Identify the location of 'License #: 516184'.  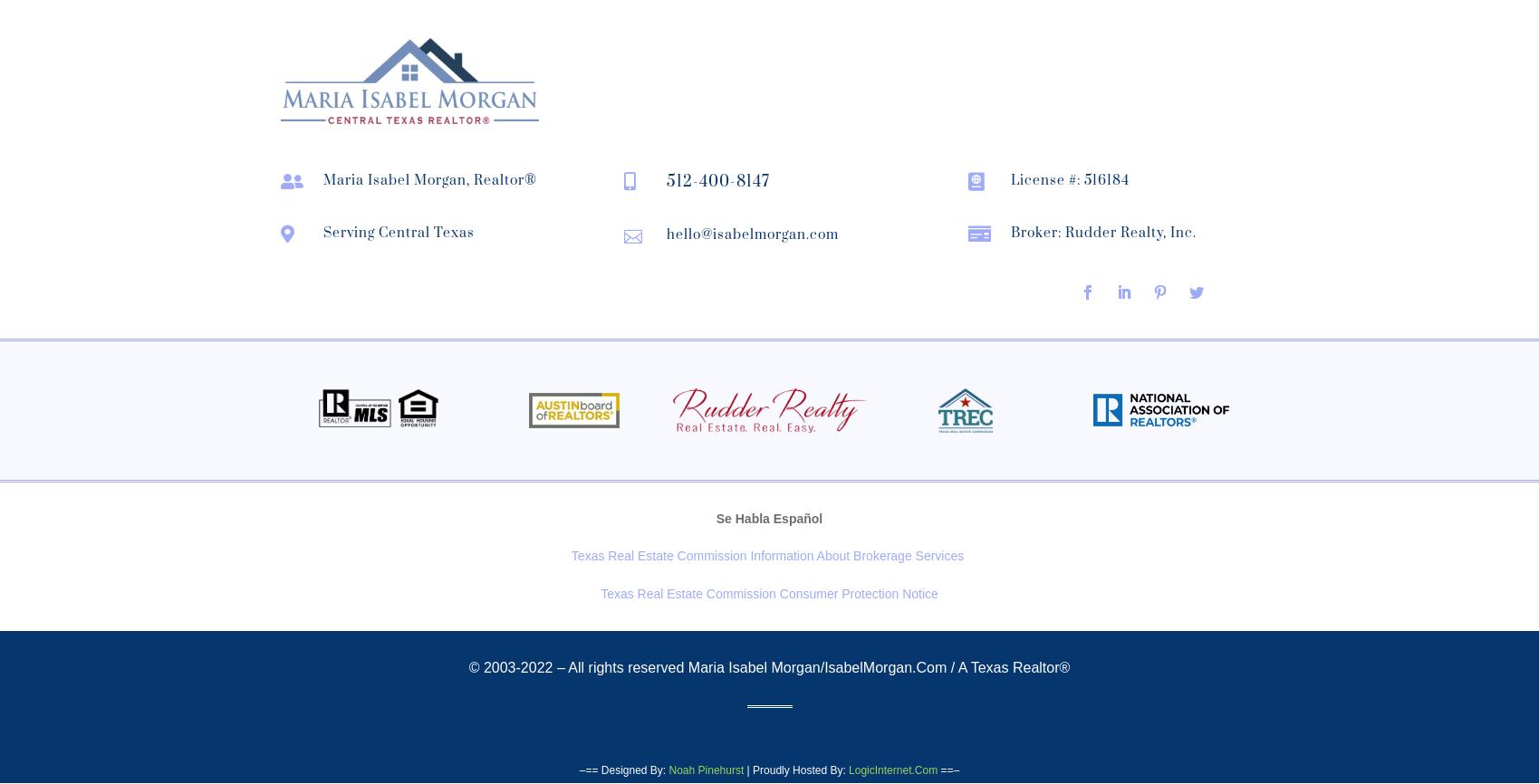
(1070, 179).